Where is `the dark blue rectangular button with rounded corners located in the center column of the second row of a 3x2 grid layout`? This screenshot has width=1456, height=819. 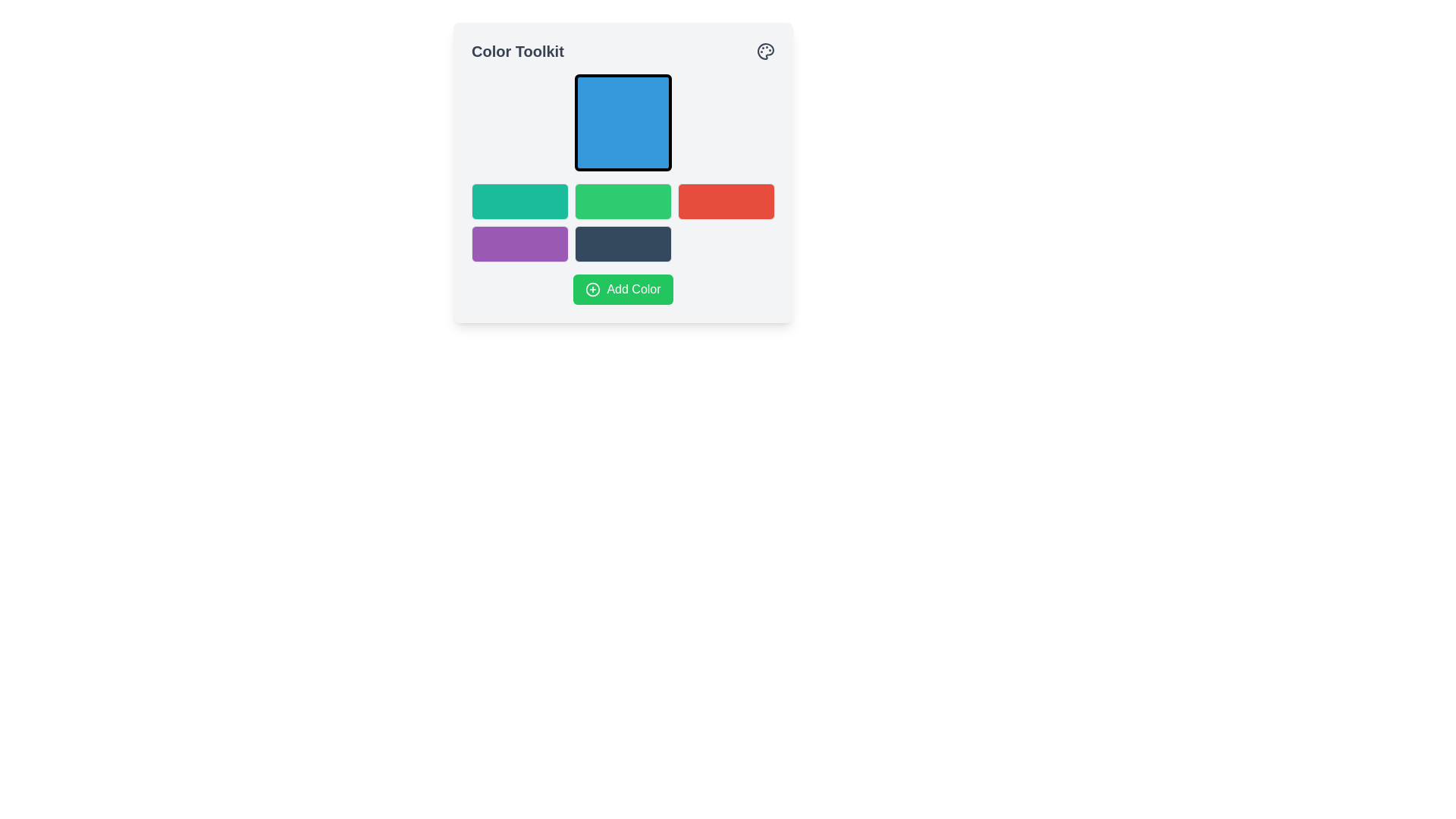
the dark blue rectangular button with rounded corners located in the center column of the second row of a 3x2 grid layout is located at coordinates (623, 243).